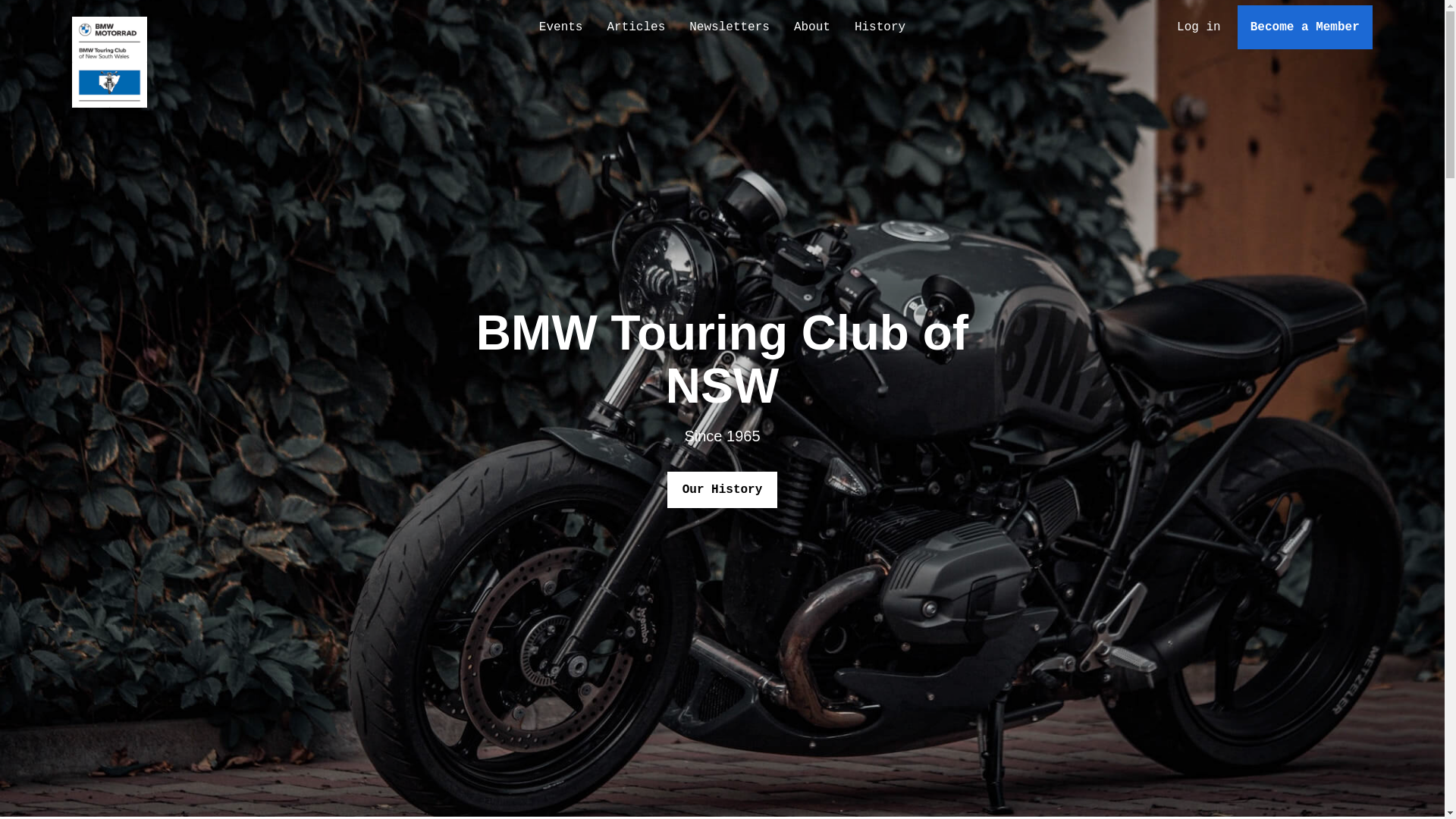  I want to click on 'About', so click(811, 27).